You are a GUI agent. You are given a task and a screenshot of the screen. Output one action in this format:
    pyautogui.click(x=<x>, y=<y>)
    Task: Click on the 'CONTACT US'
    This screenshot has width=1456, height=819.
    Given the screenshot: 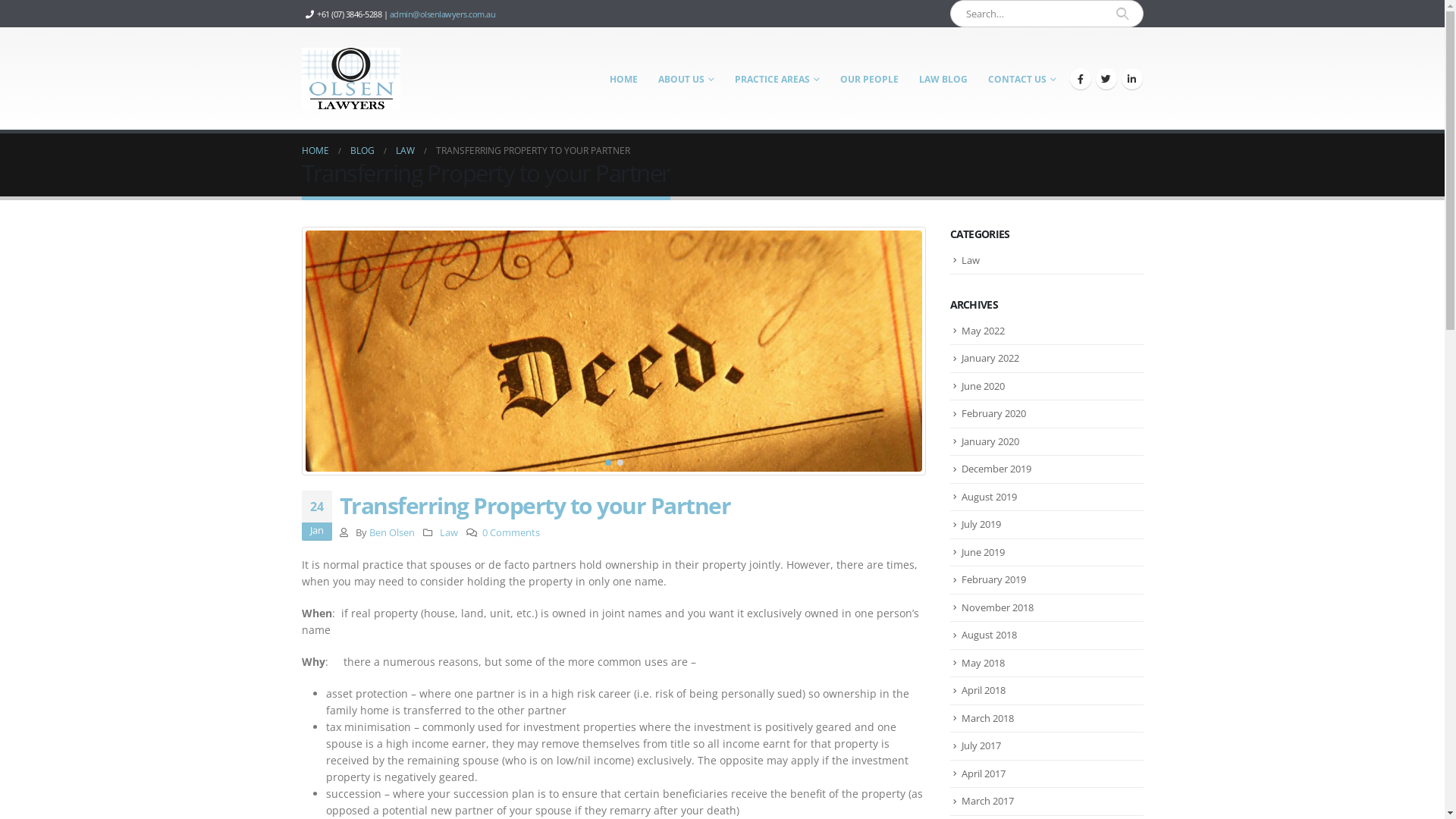 What is the action you would take?
    pyautogui.click(x=1022, y=79)
    